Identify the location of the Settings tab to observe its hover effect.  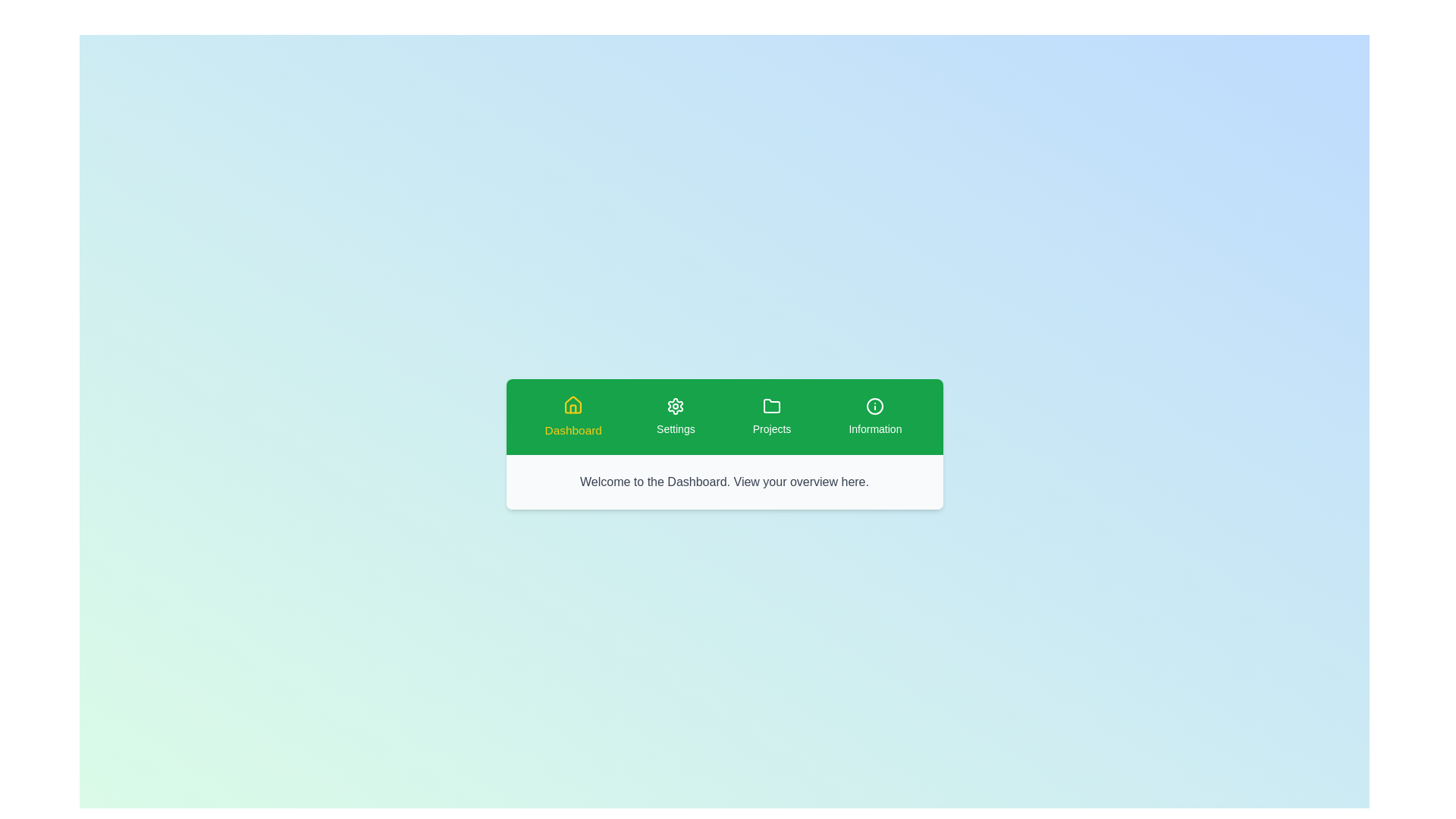
(675, 417).